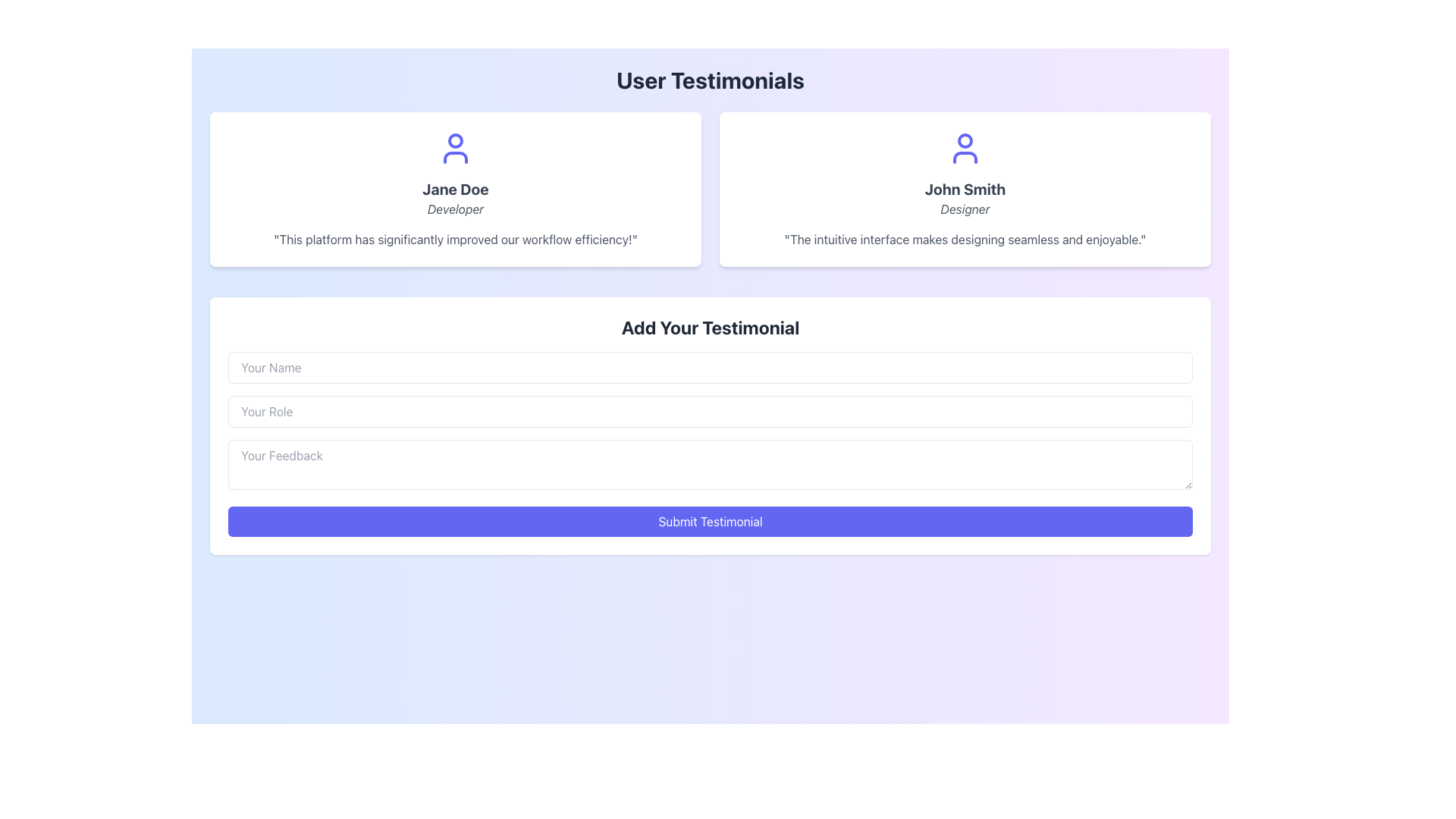  Describe the element at coordinates (454, 149) in the screenshot. I see `the Decorative Icon representing the user providing the testimonial, which is positioned at the top center of the testimonial box featuring Jane Doe's feedback` at that location.